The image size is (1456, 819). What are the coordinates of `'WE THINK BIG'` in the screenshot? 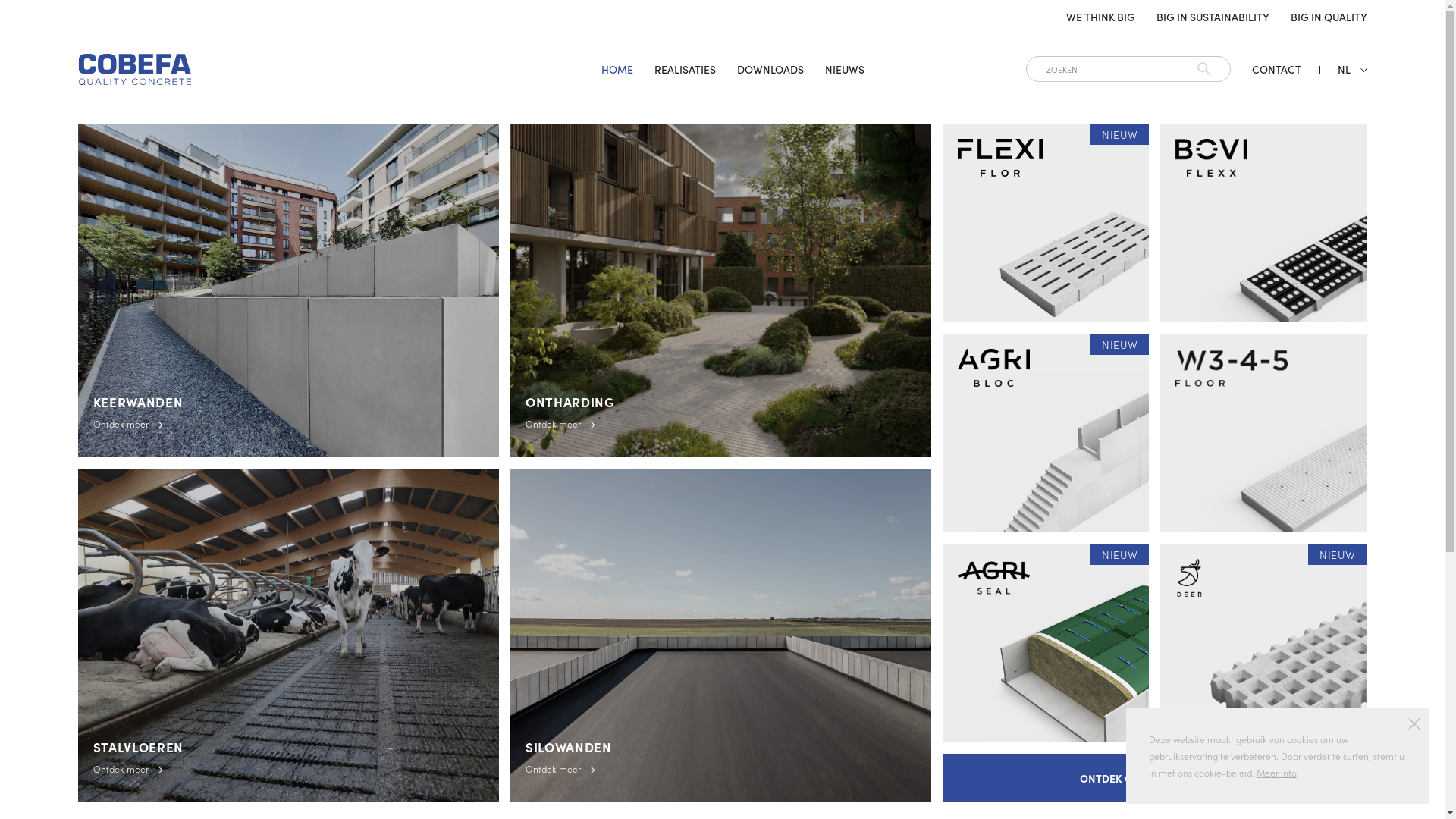 It's located at (1065, 17).